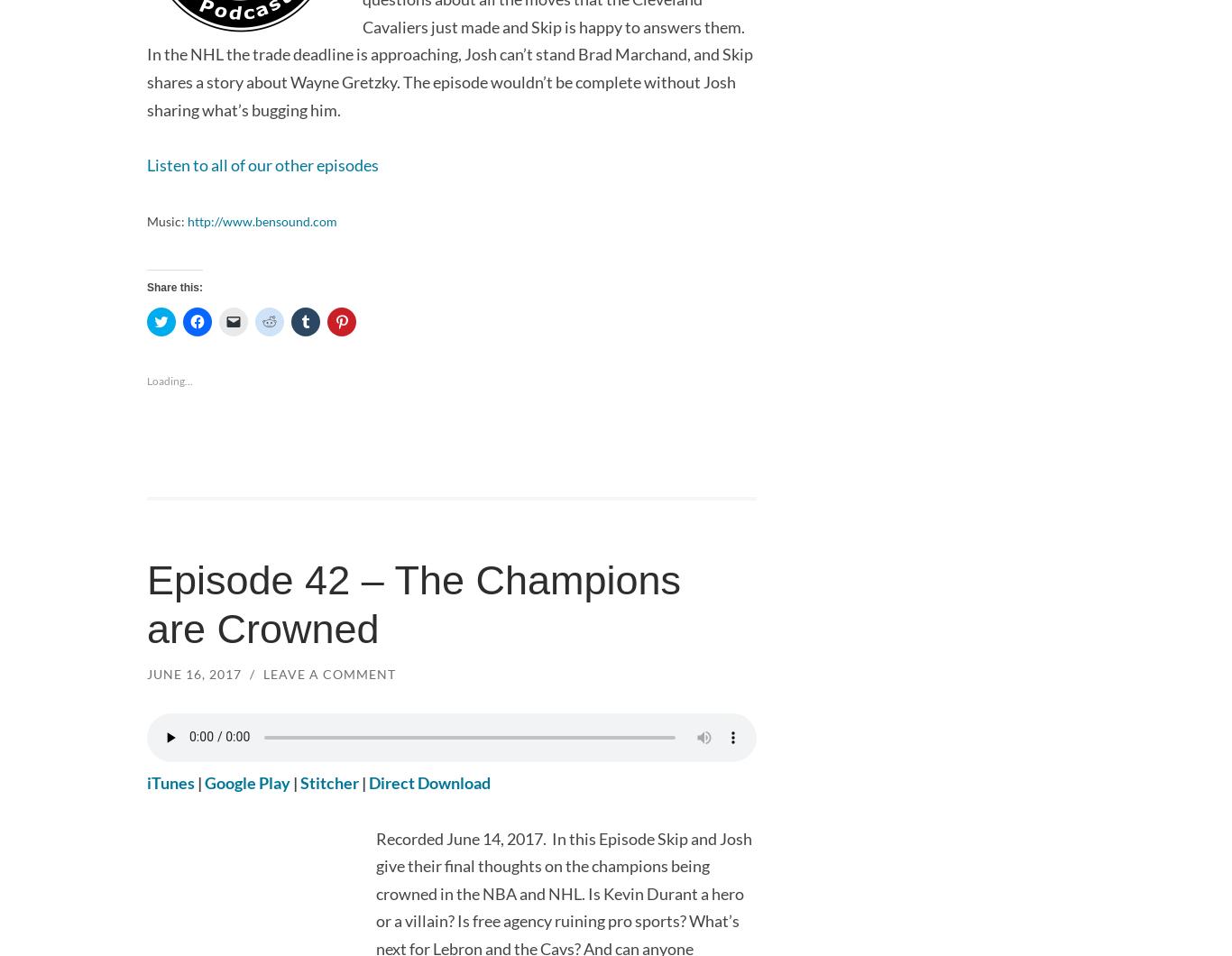  Describe the element at coordinates (262, 163) in the screenshot. I see `'Listen to all of our other episodes'` at that location.